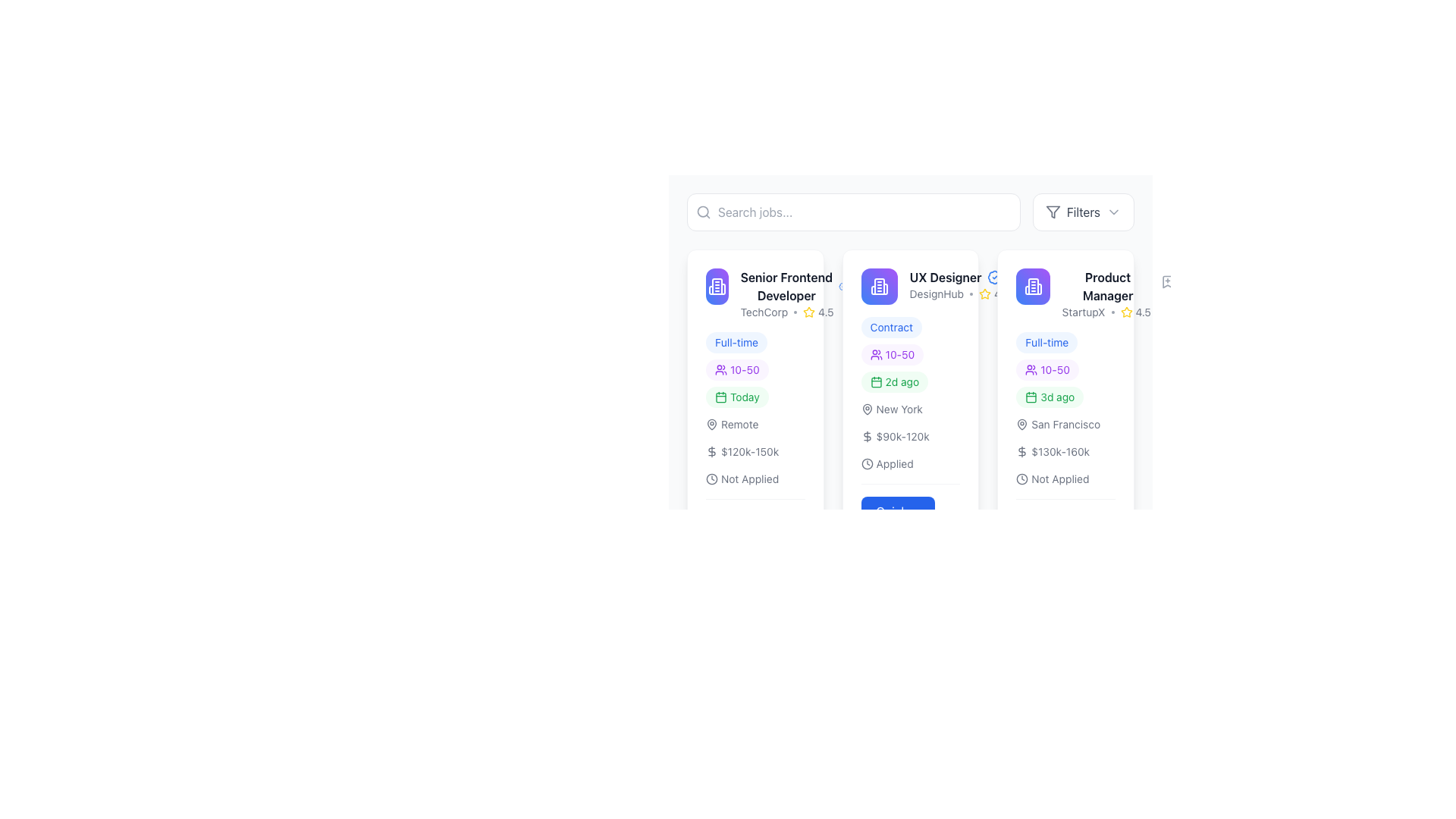 The image size is (1456, 819). What do you see at coordinates (910, 394) in the screenshot?
I see `text displayed in the Text Label that shows the duration since the listed opportunity or post was last updated or created, located within the 'UX Designer' module, above the 'New York' label` at bounding box center [910, 394].